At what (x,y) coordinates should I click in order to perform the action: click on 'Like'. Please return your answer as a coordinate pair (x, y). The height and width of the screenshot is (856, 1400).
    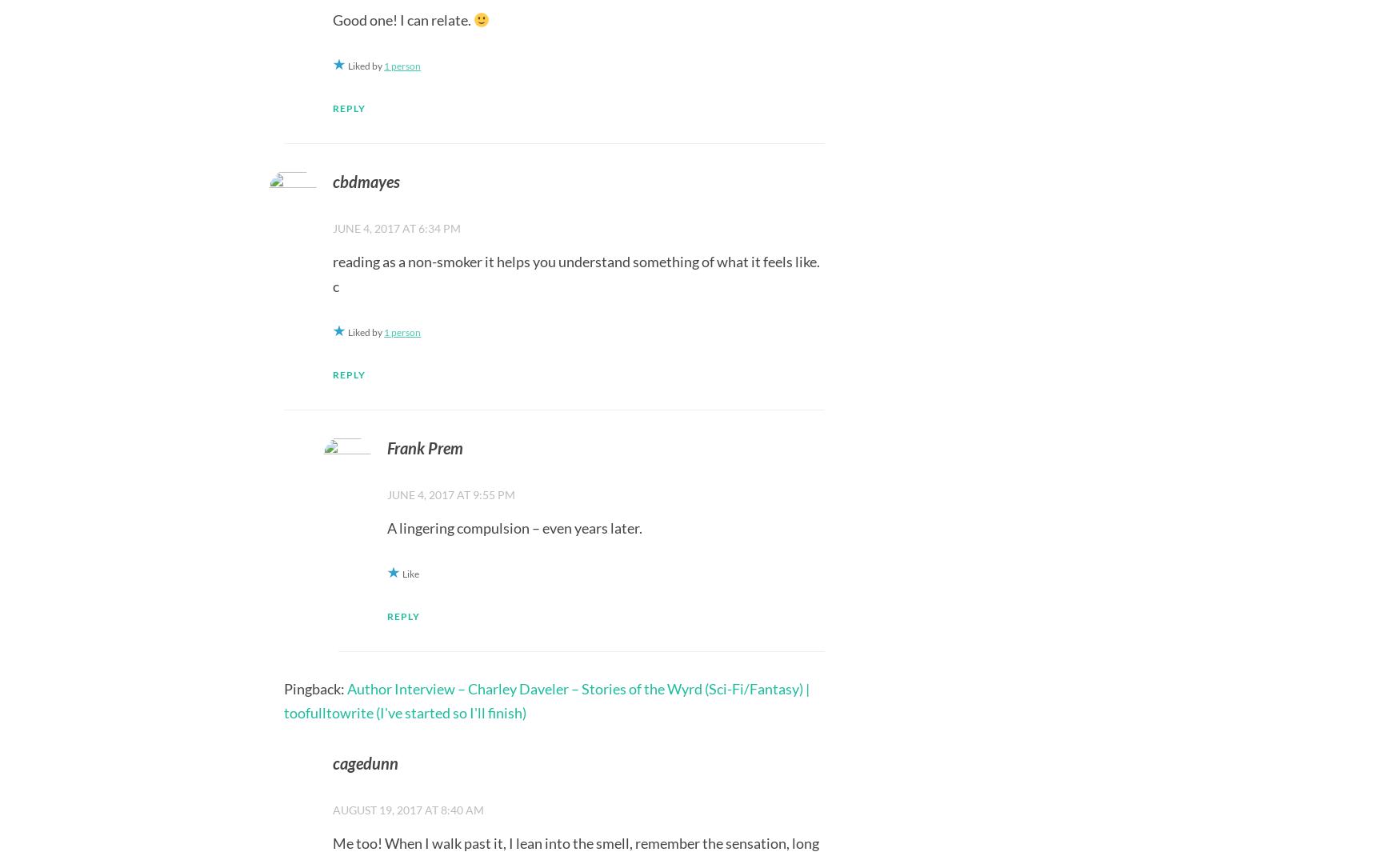
    Looking at the image, I should click on (409, 573).